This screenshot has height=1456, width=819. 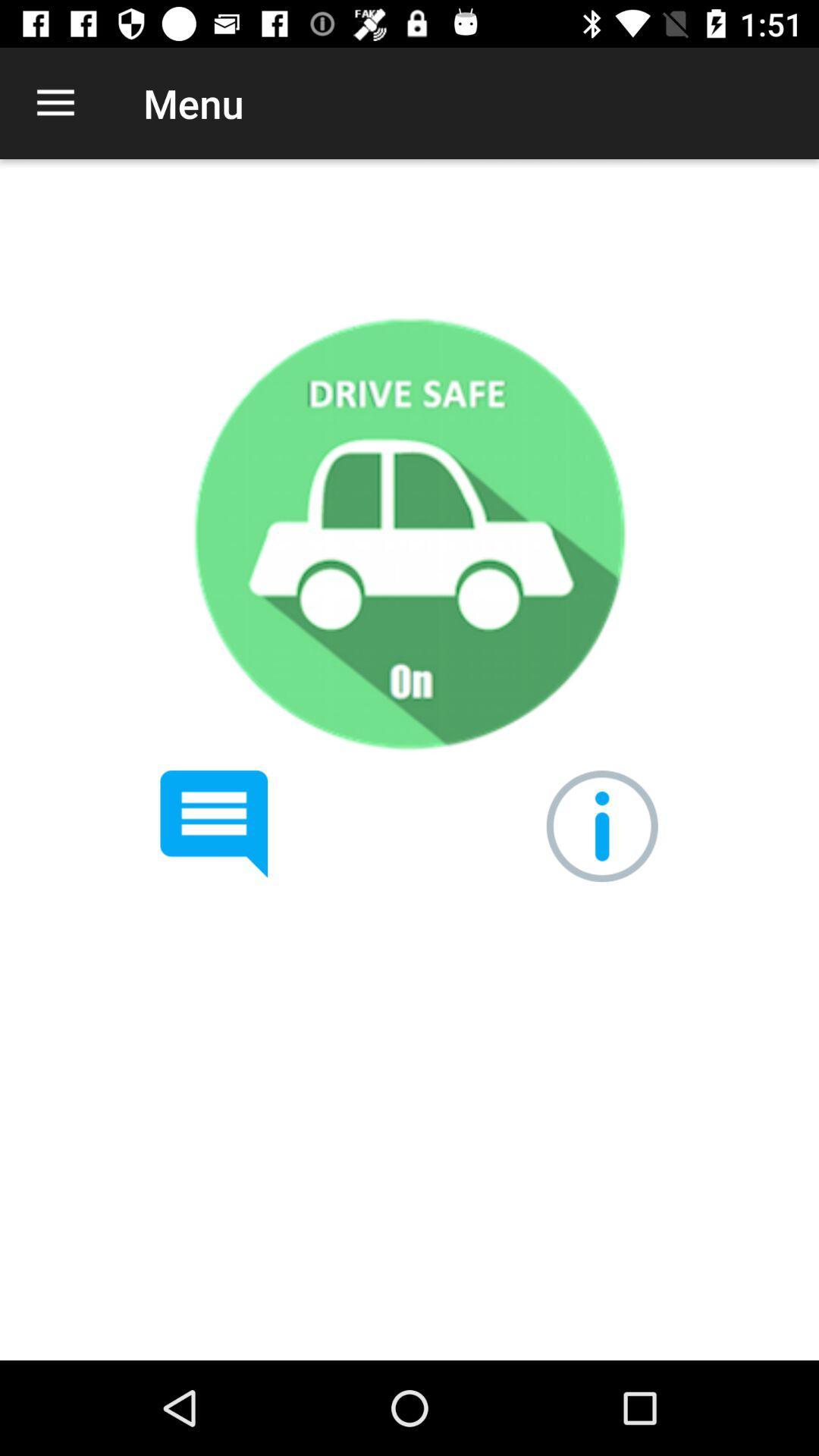 I want to click on item at the center, so click(x=408, y=533).